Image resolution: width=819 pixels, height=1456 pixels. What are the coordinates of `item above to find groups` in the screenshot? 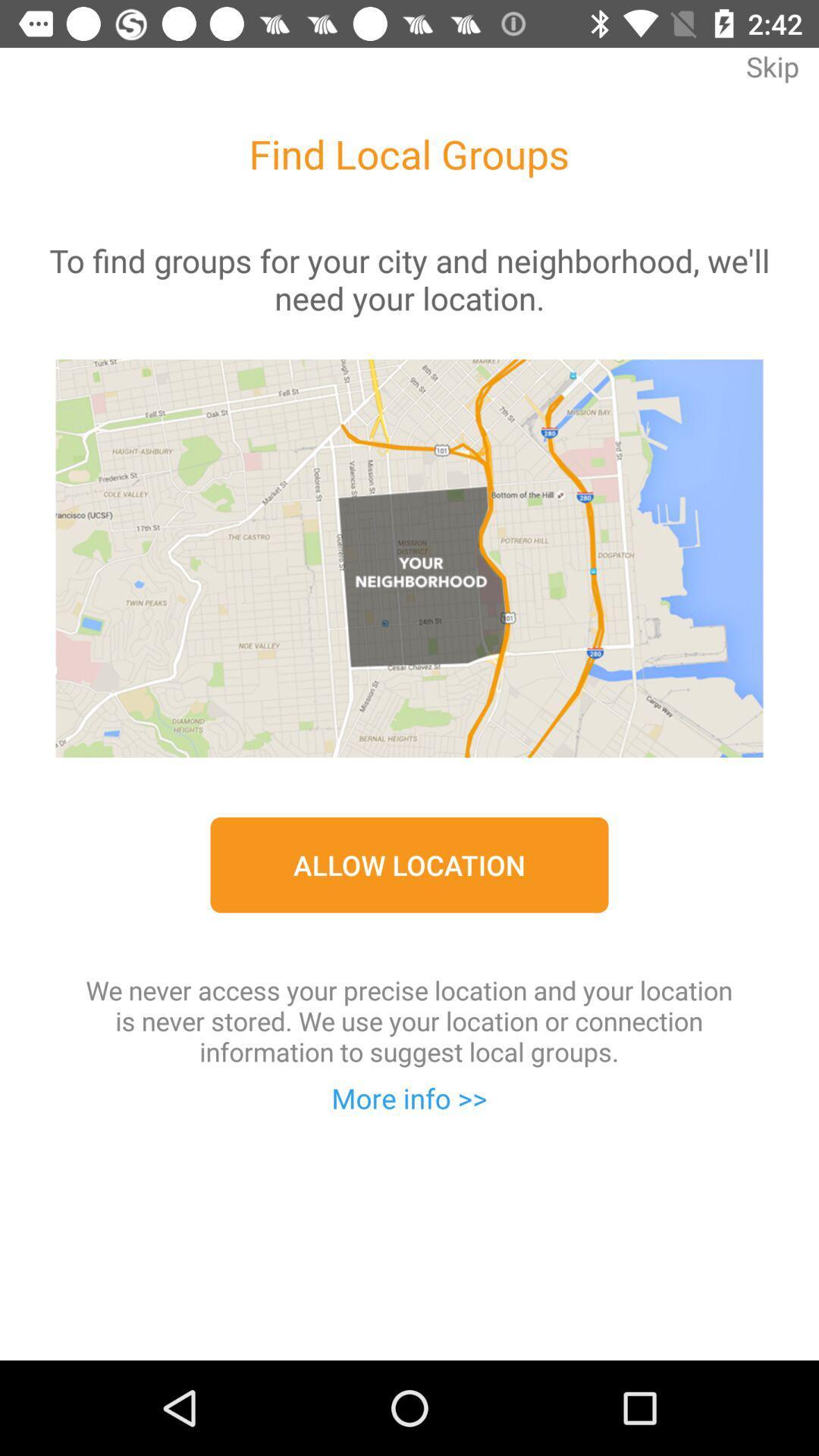 It's located at (772, 77).